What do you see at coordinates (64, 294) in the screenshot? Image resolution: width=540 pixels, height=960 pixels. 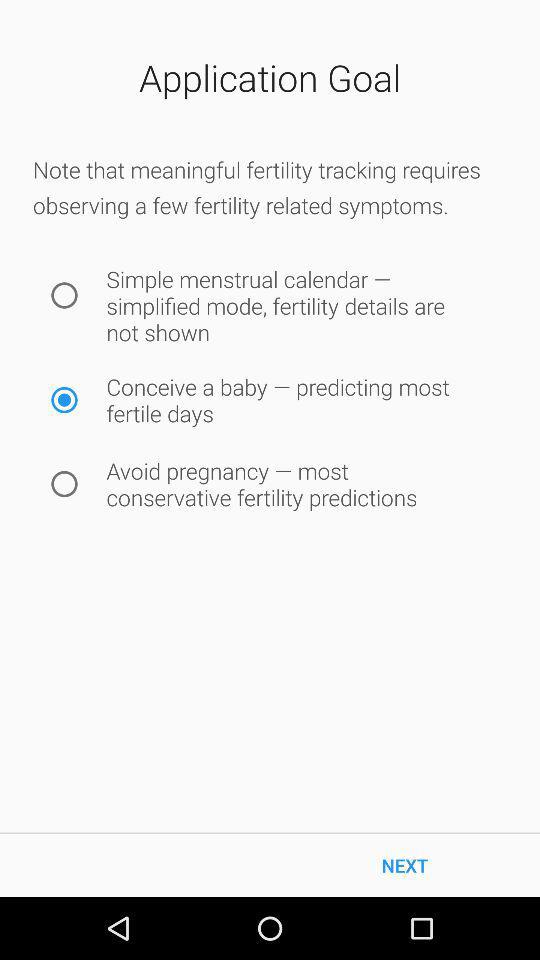 I see `icon to the left of the simple menstrual calendar` at bounding box center [64, 294].